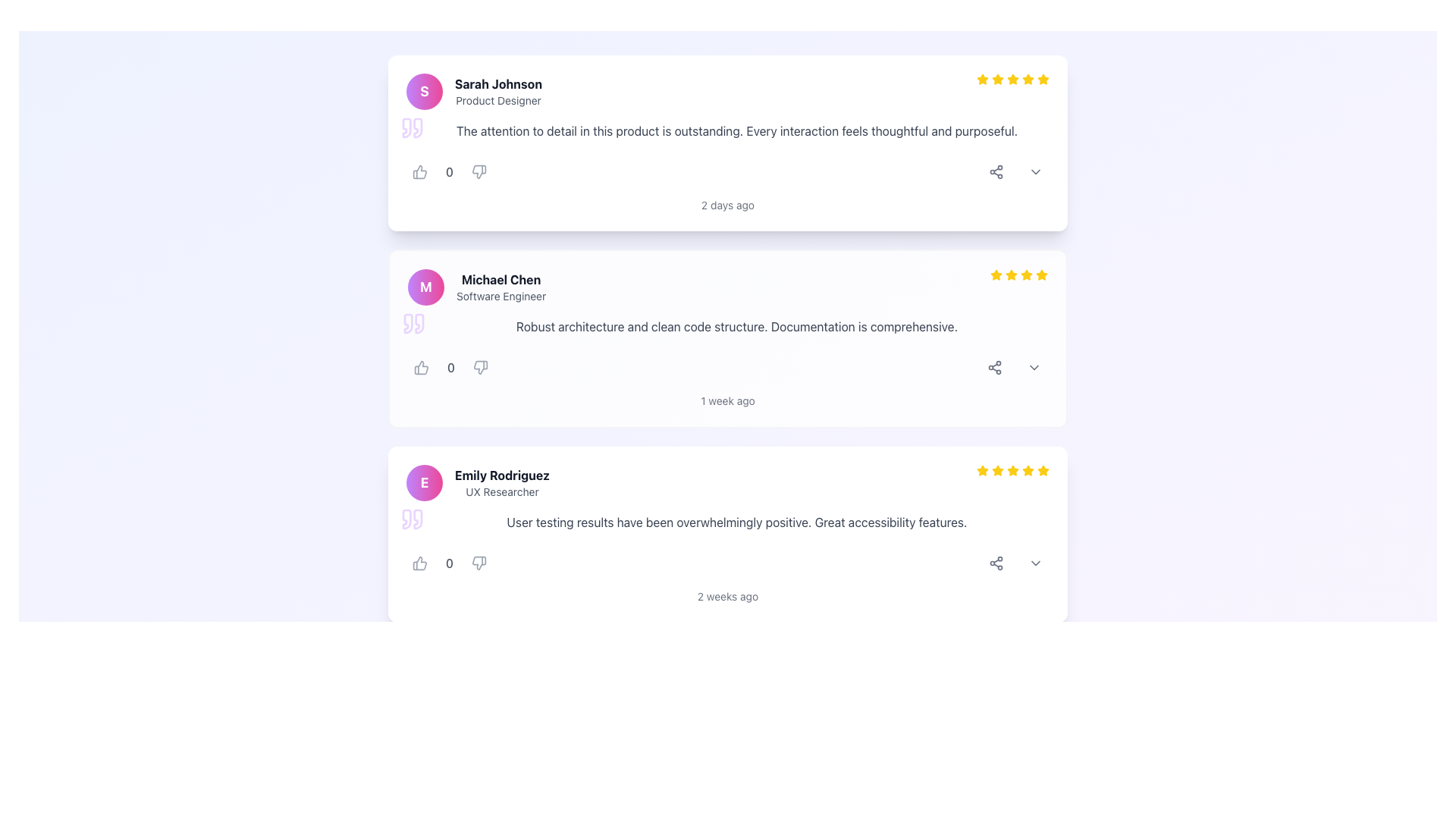 Image resolution: width=1456 pixels, height=819 pixels. I want to click on the small circular button with a light gray thumbs-up icon at its center, located in the second comment card under the comment text, to like the comment, so click(422, 368).